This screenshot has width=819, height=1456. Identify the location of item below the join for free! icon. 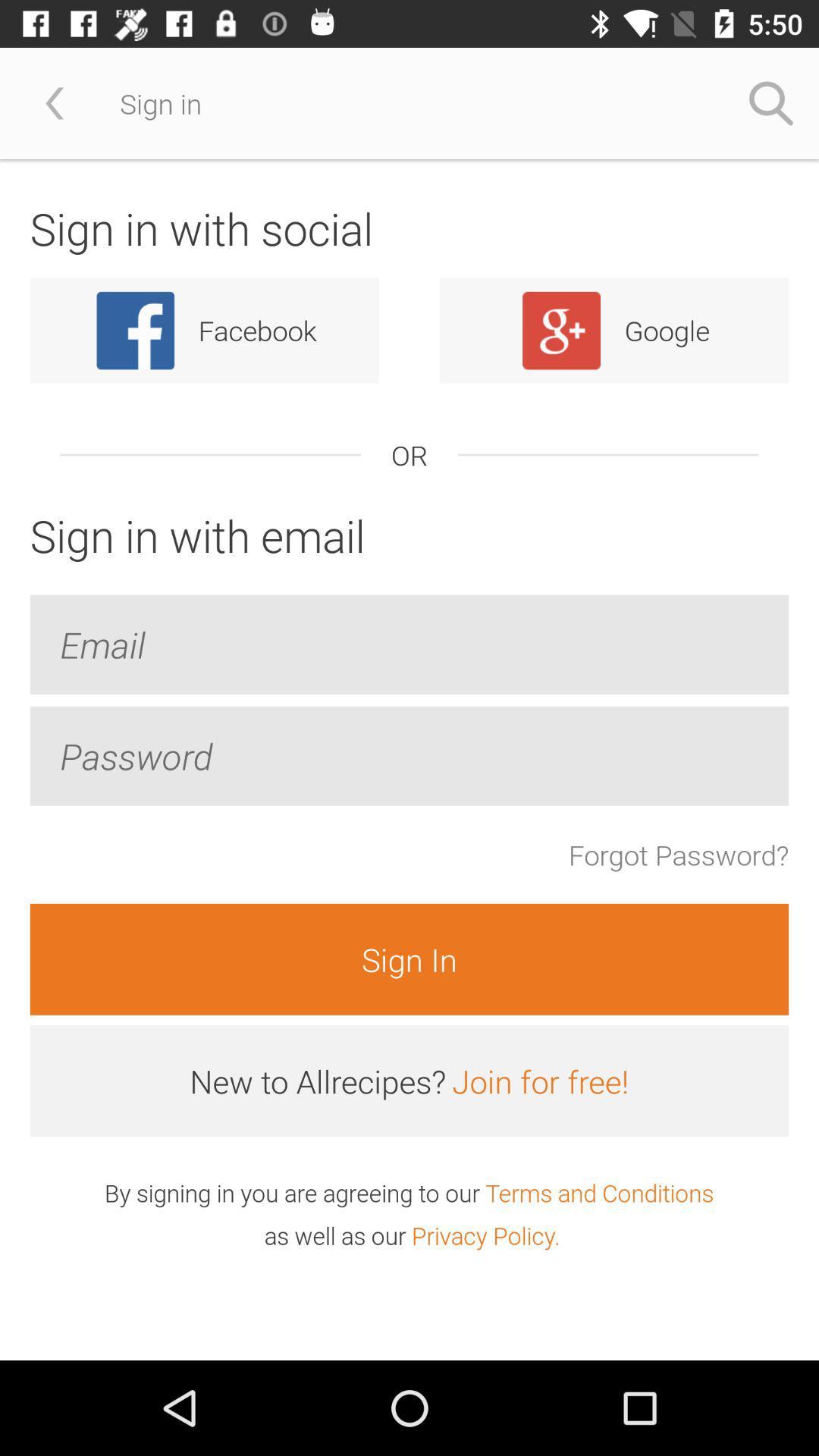
(598, 1192).